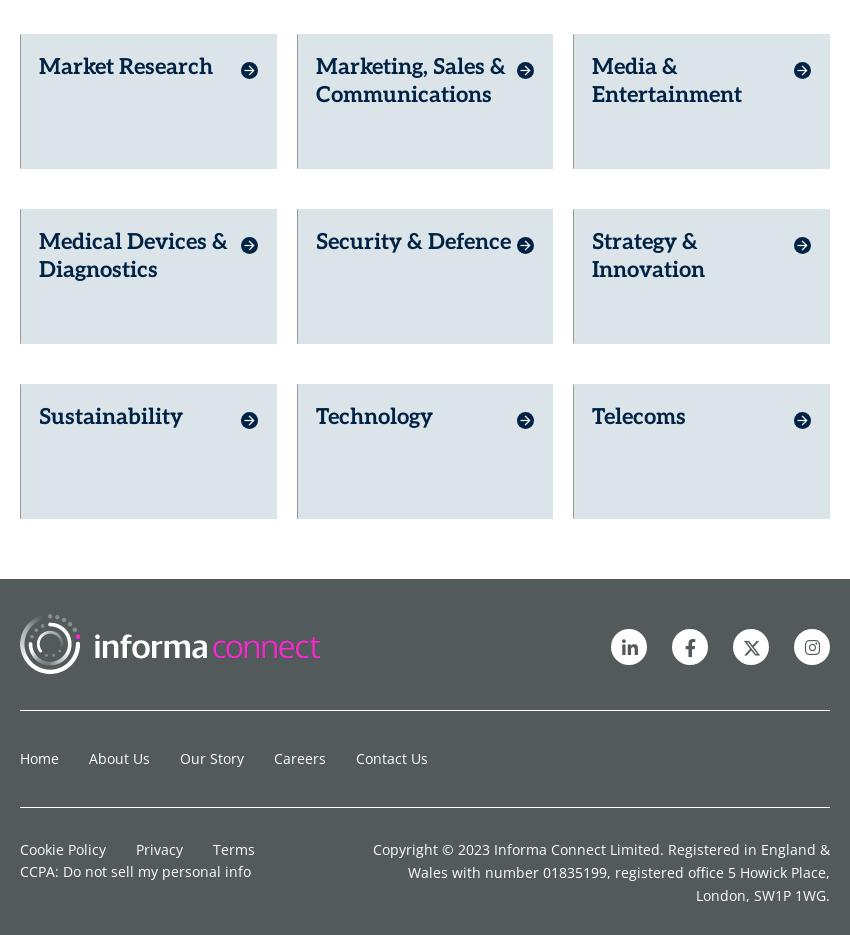 Image resolution: width=850 pixels, height=935 pixels. Describe the element at coordinates (210, 721) in the screenshot. I see `'Our Story'` at that location.